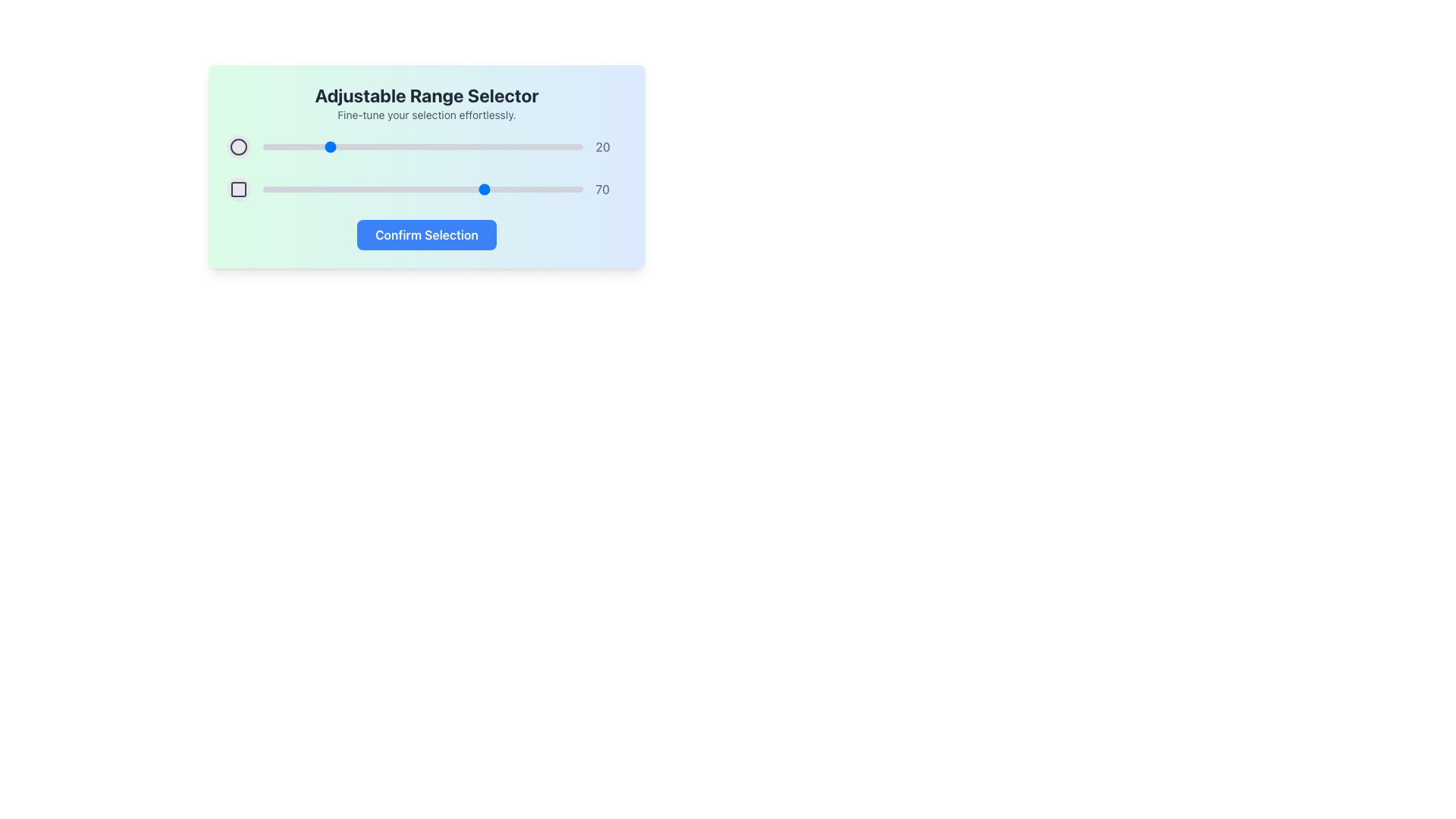 The height and width of the screenshot is (819, 1456). Describe the element at coordinates (566, 146) in the screenshot. I see `slider` at that location.